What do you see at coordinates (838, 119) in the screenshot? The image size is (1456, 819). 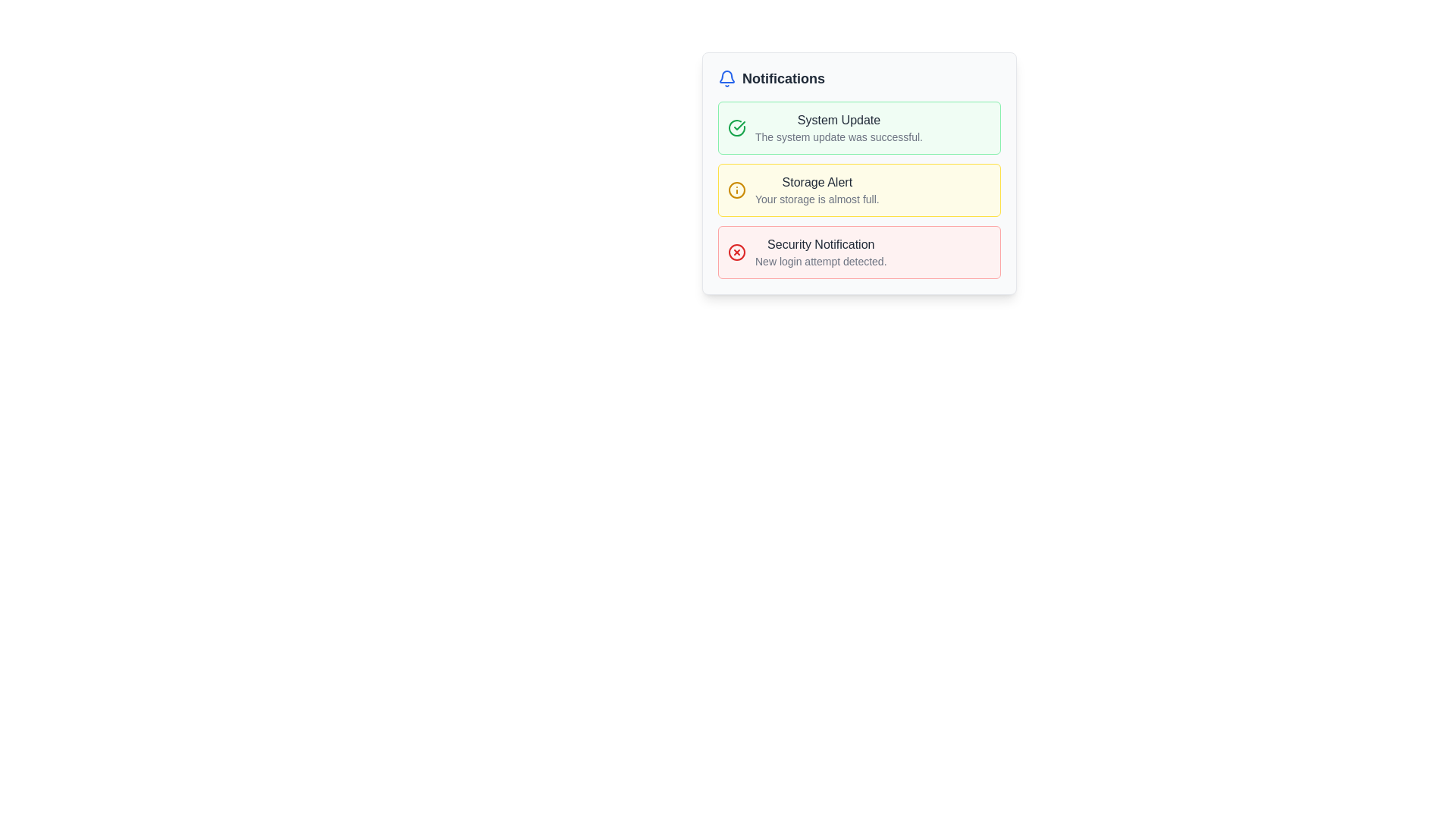 I see `text displayed in the 'System Update' text label, which has a medium font weight and dark gray color against a light green background in the first notification card` at bounding box center [838, 119].